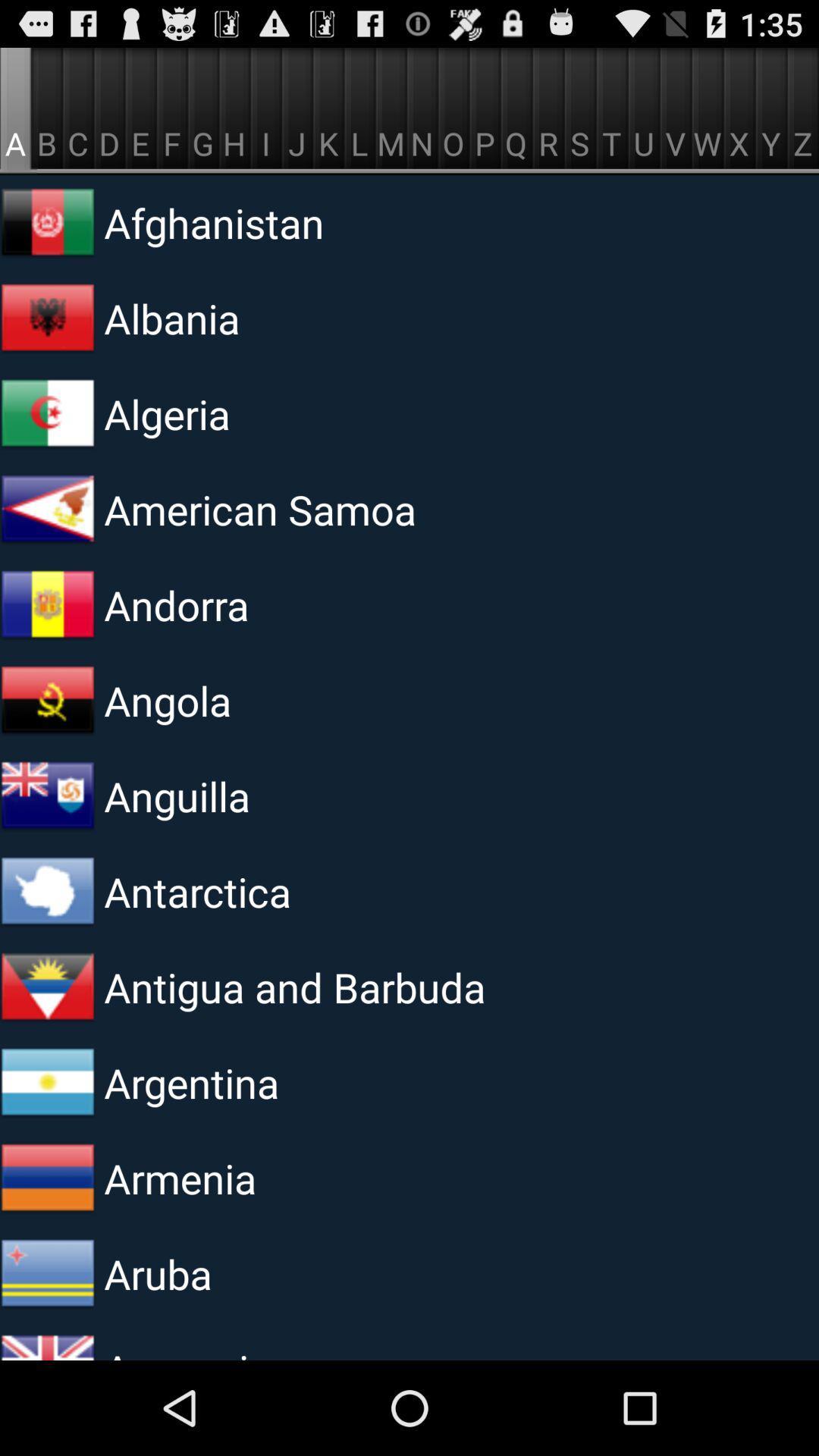  I want to click on antarctica app, so click(290, 891).